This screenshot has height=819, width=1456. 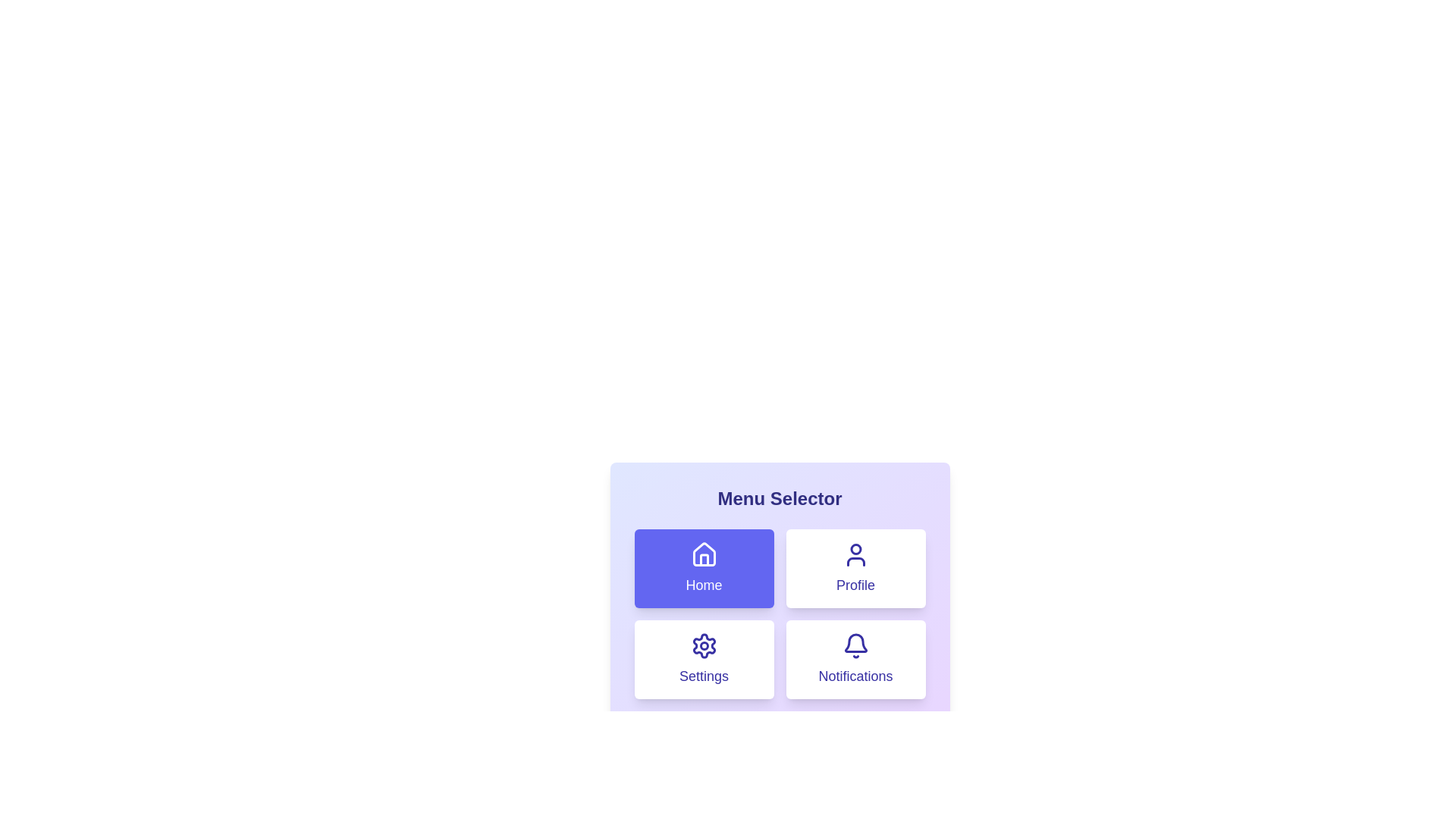 What do you see at coordinates (703, 659) in the screenshot?
I see `the menu option Settings` at bounding box center [703, 659].